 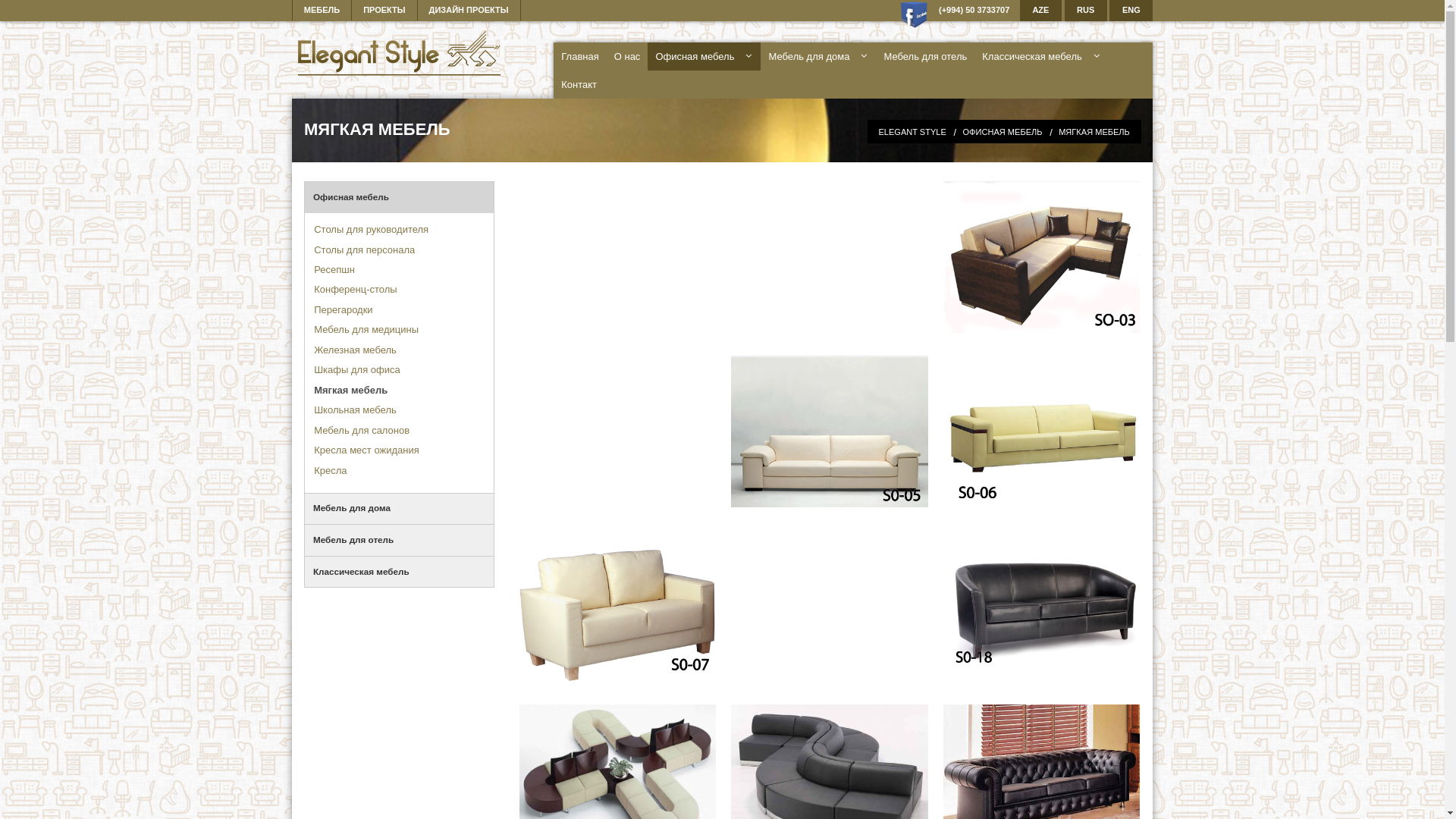 What do you see at coordinates (911, 130) in the screenshot?
I see `'ELEGANT STYLE'` at bounding box center [911, 130].